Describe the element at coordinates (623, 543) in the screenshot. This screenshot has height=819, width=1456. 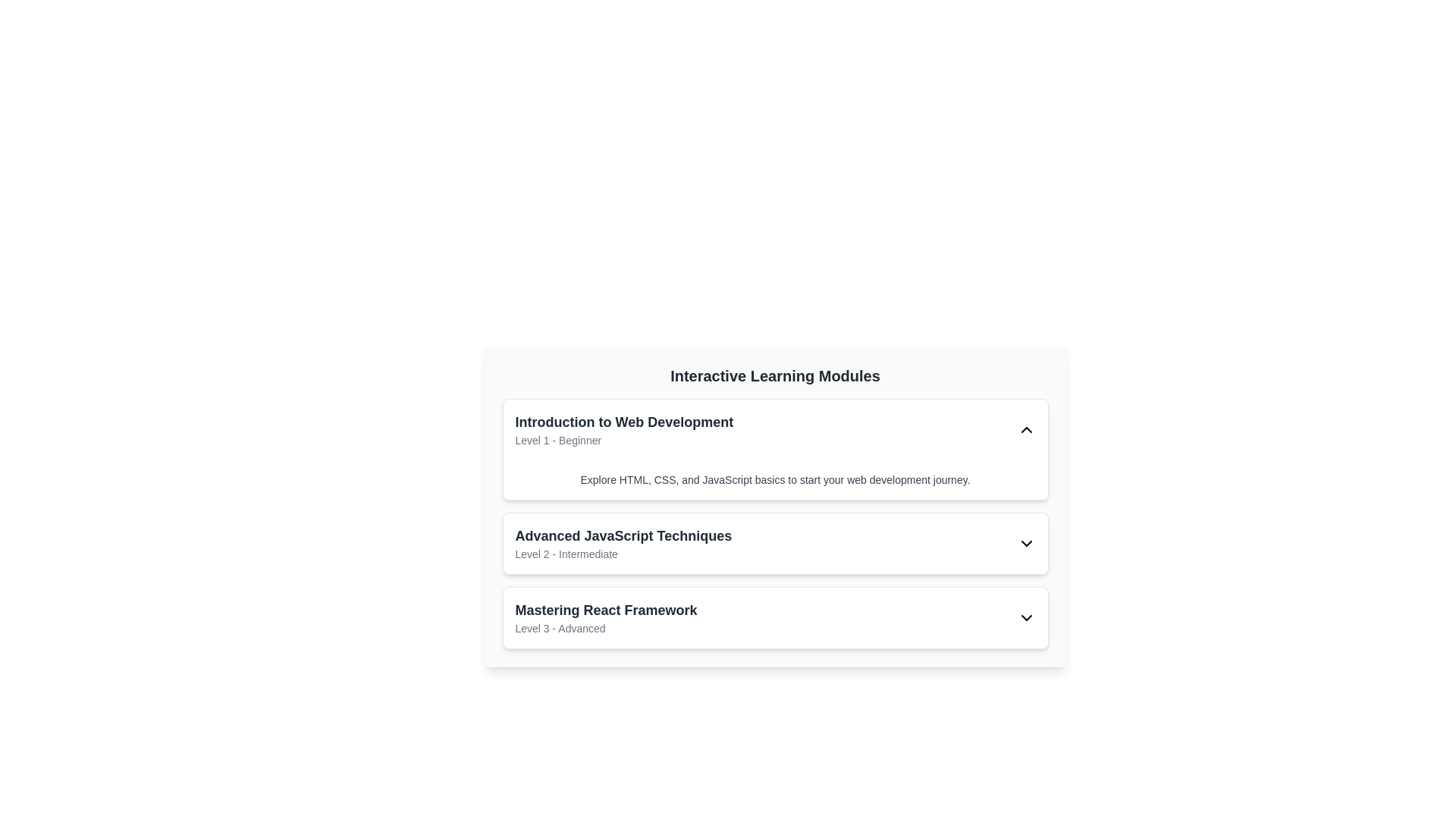
I see `text content of the Text block titled 'Advanced JavaScript Techniques' with subtitle 'Level 2 - Intermediate', located in the middle section of the learning module descriptions` at that location.